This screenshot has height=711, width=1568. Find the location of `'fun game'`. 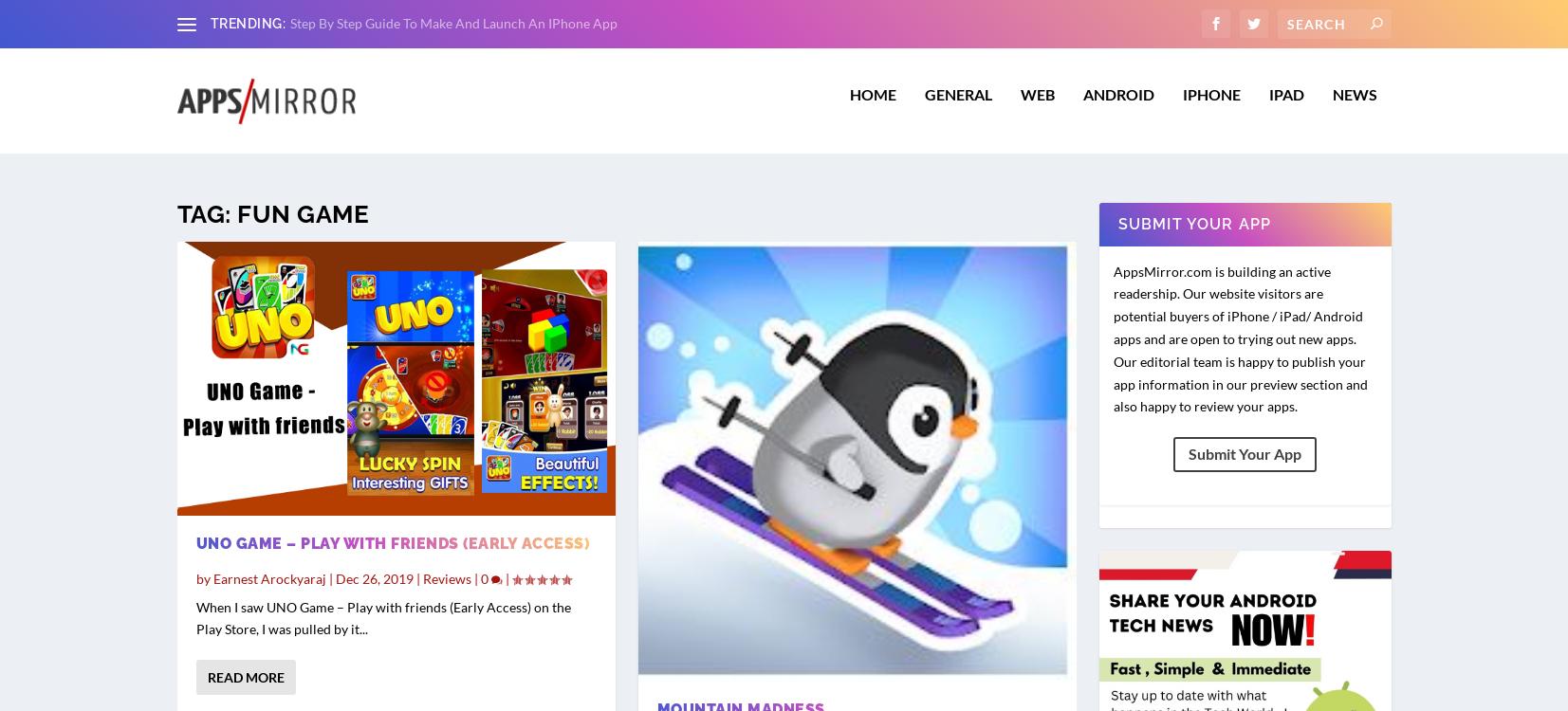

'fun game' is located at coordinates (302, 200).